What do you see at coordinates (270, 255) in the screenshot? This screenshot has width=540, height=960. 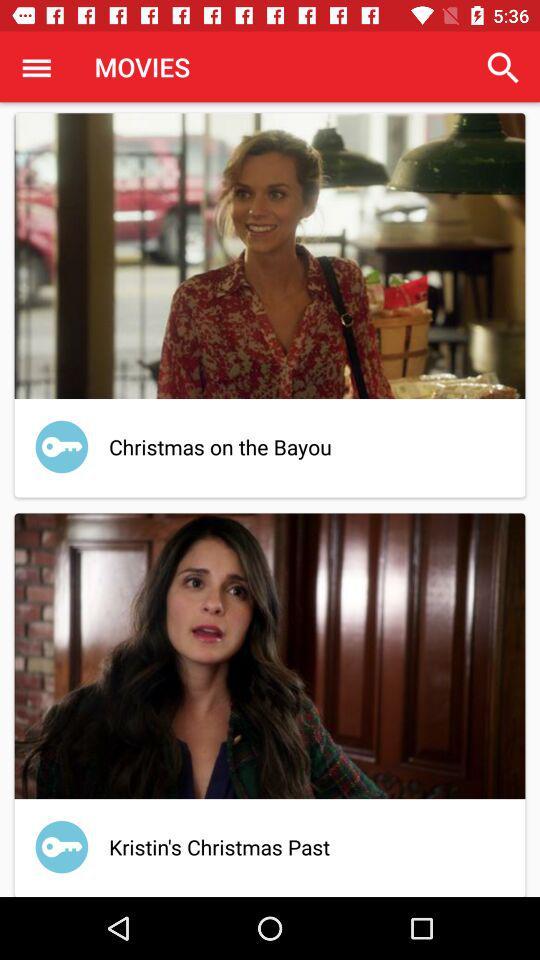 I see `the first image on the web page` at bounding box center [270, 255].